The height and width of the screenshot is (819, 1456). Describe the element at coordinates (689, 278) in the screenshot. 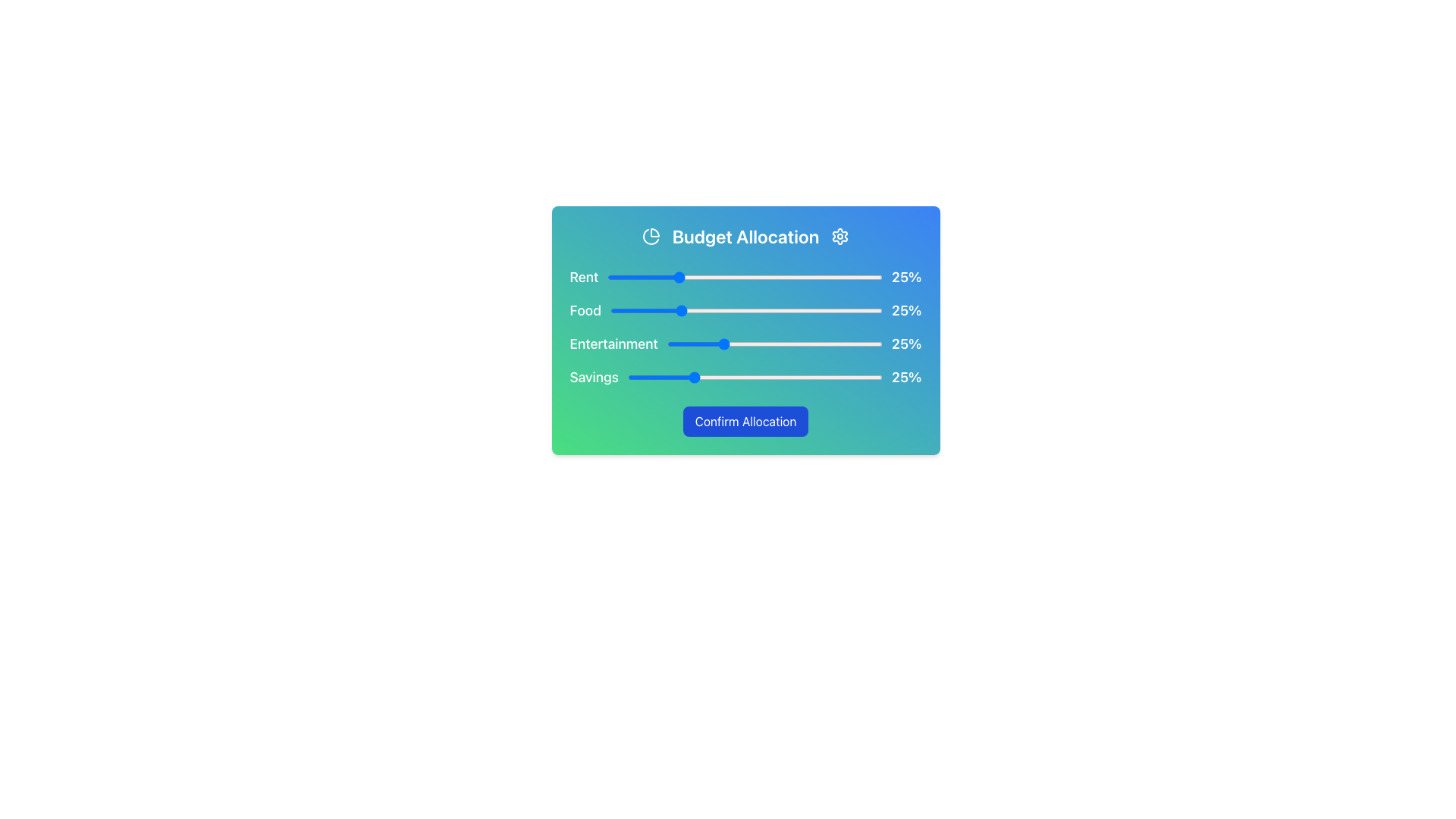

I see `the 'Rent' allocation slider` at that location.